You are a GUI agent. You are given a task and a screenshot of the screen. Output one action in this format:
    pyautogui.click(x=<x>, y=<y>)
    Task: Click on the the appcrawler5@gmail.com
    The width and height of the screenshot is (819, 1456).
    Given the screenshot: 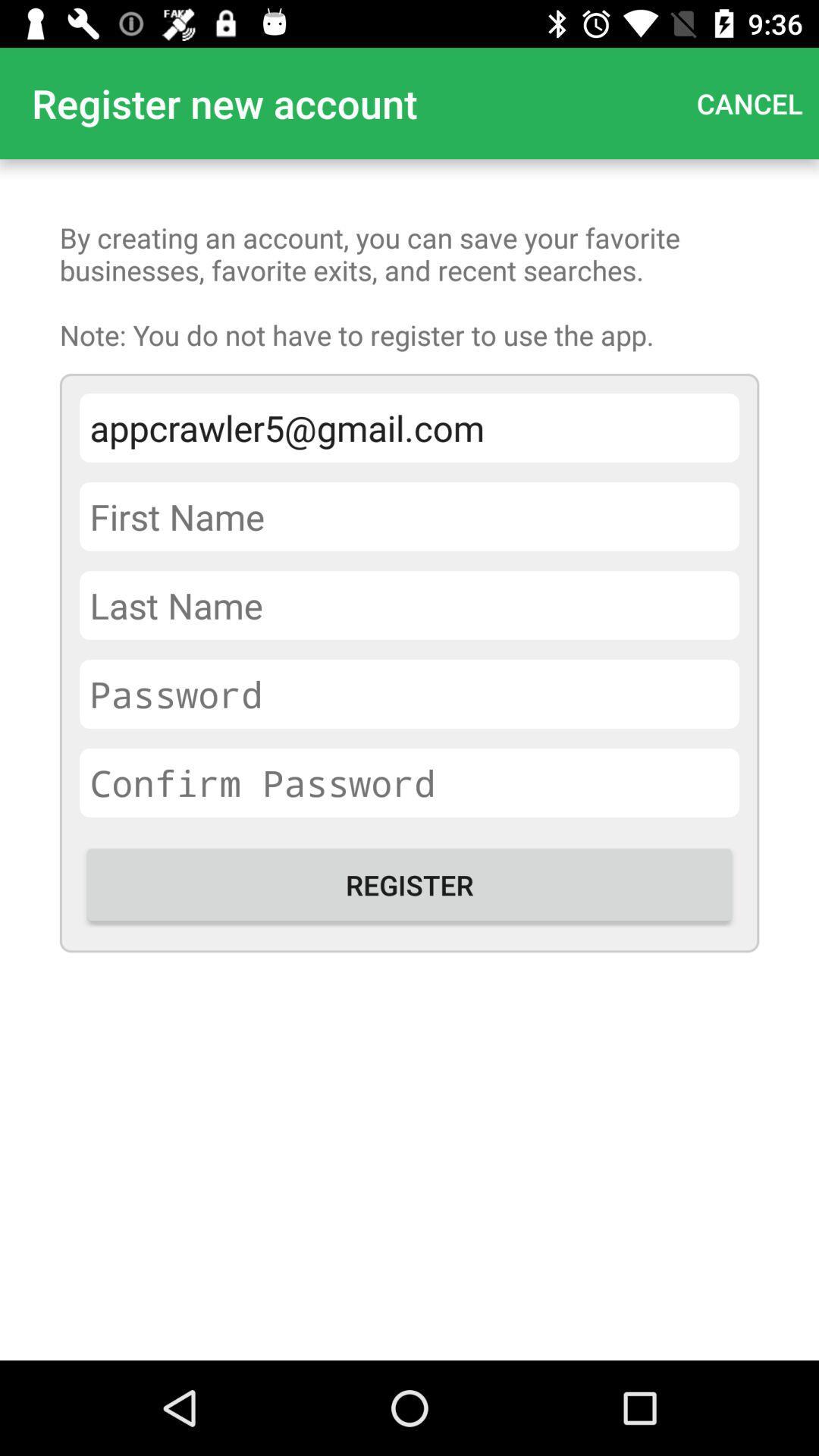 What is the action you would take?
    pyautogui.click(x=409, y=427)
    